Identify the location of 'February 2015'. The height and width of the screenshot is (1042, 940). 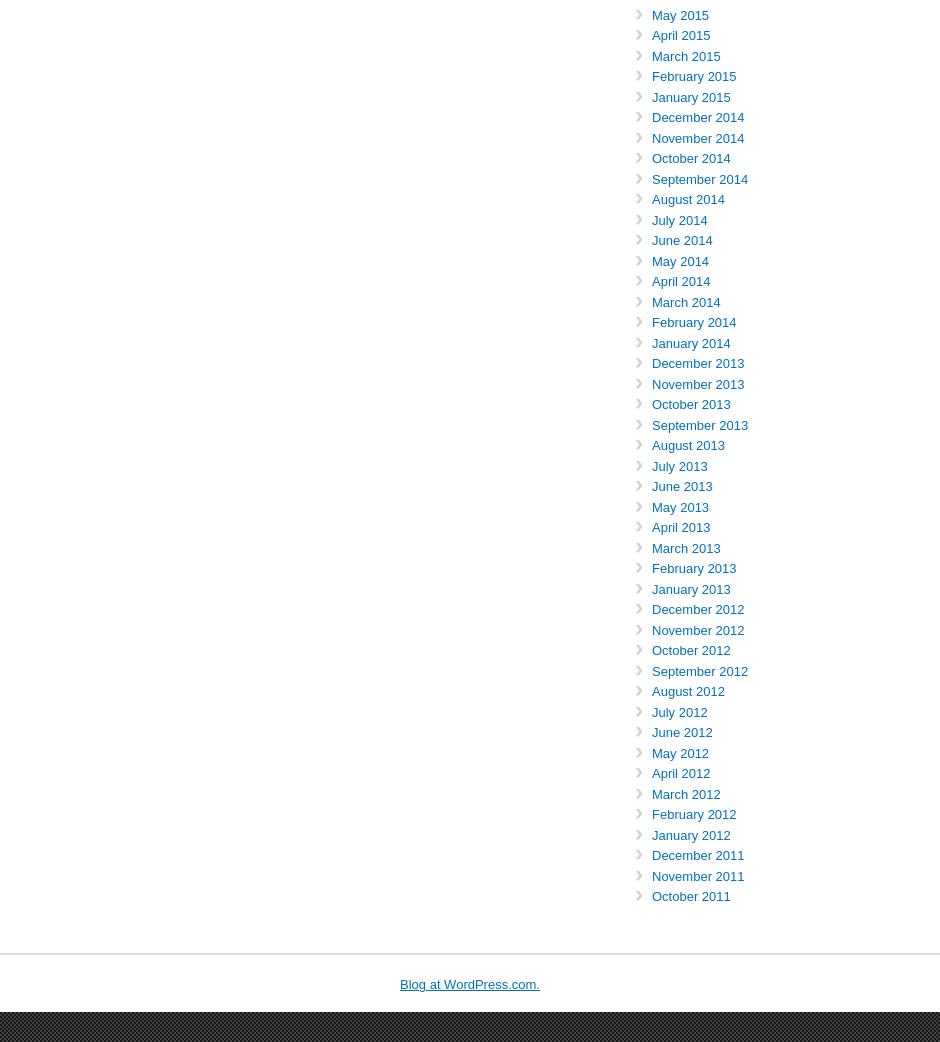
(693, 75).